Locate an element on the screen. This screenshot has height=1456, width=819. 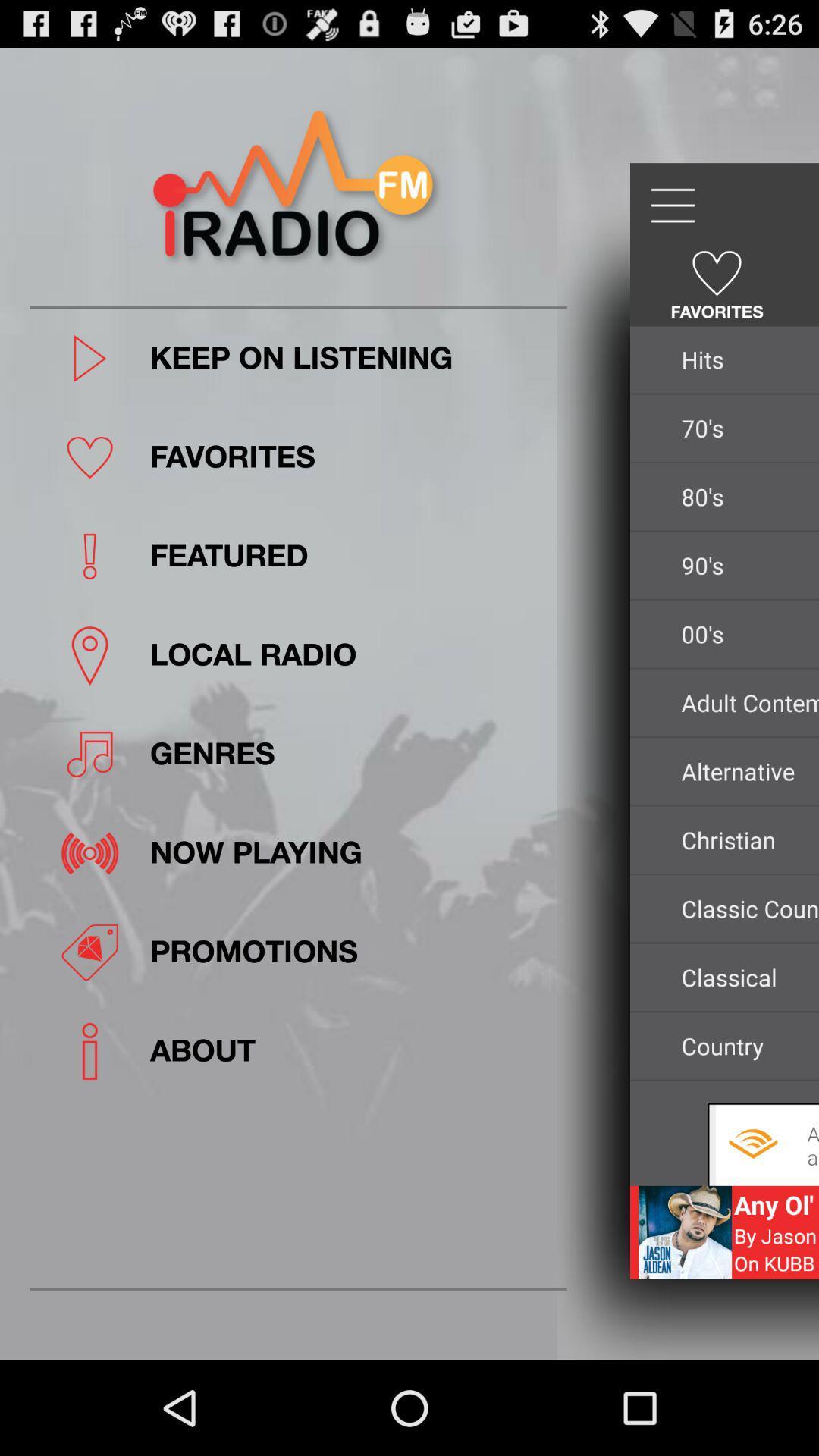
the menu icon is located at coordinates (671, 219).